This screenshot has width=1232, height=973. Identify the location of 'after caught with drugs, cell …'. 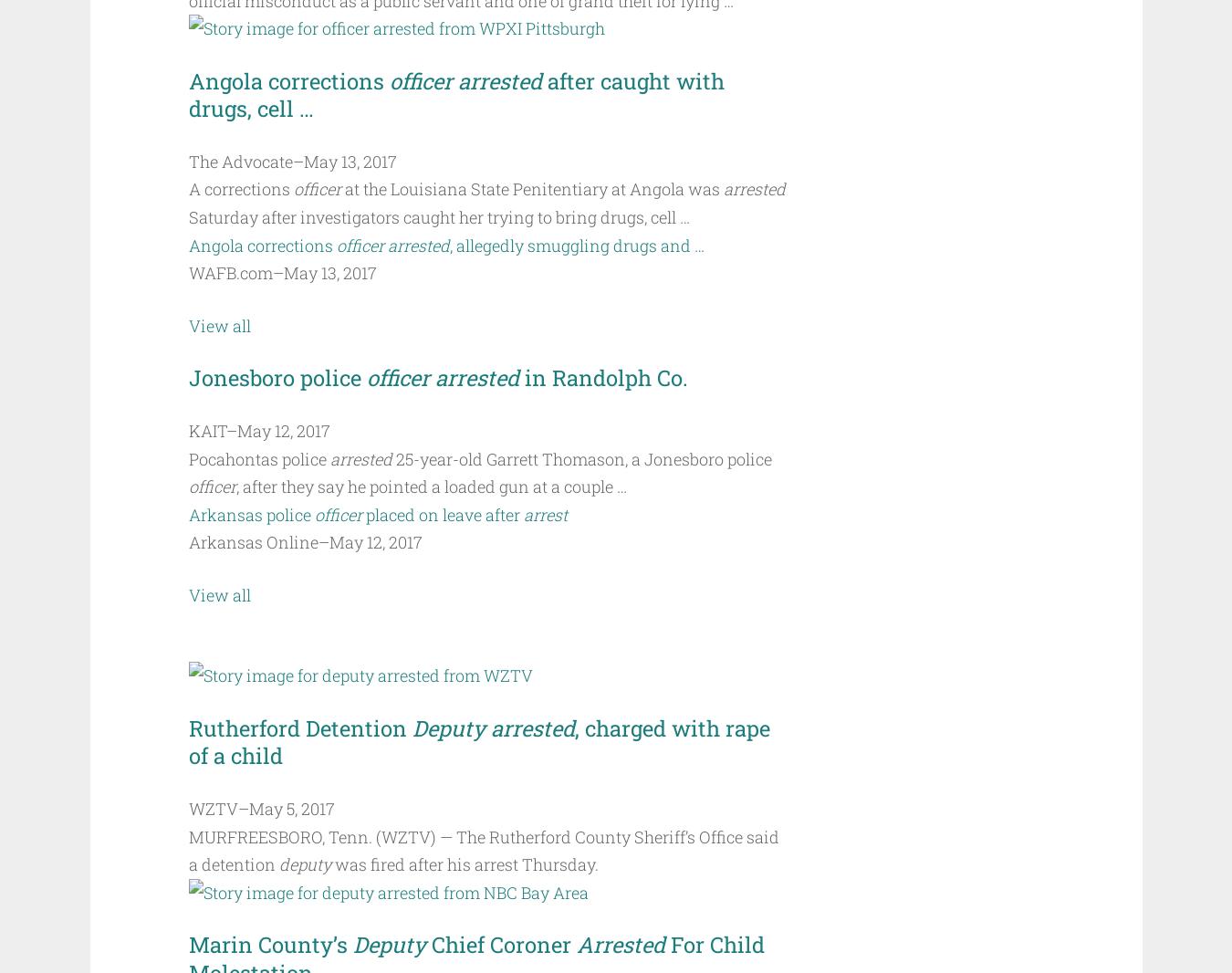
(458, 93).